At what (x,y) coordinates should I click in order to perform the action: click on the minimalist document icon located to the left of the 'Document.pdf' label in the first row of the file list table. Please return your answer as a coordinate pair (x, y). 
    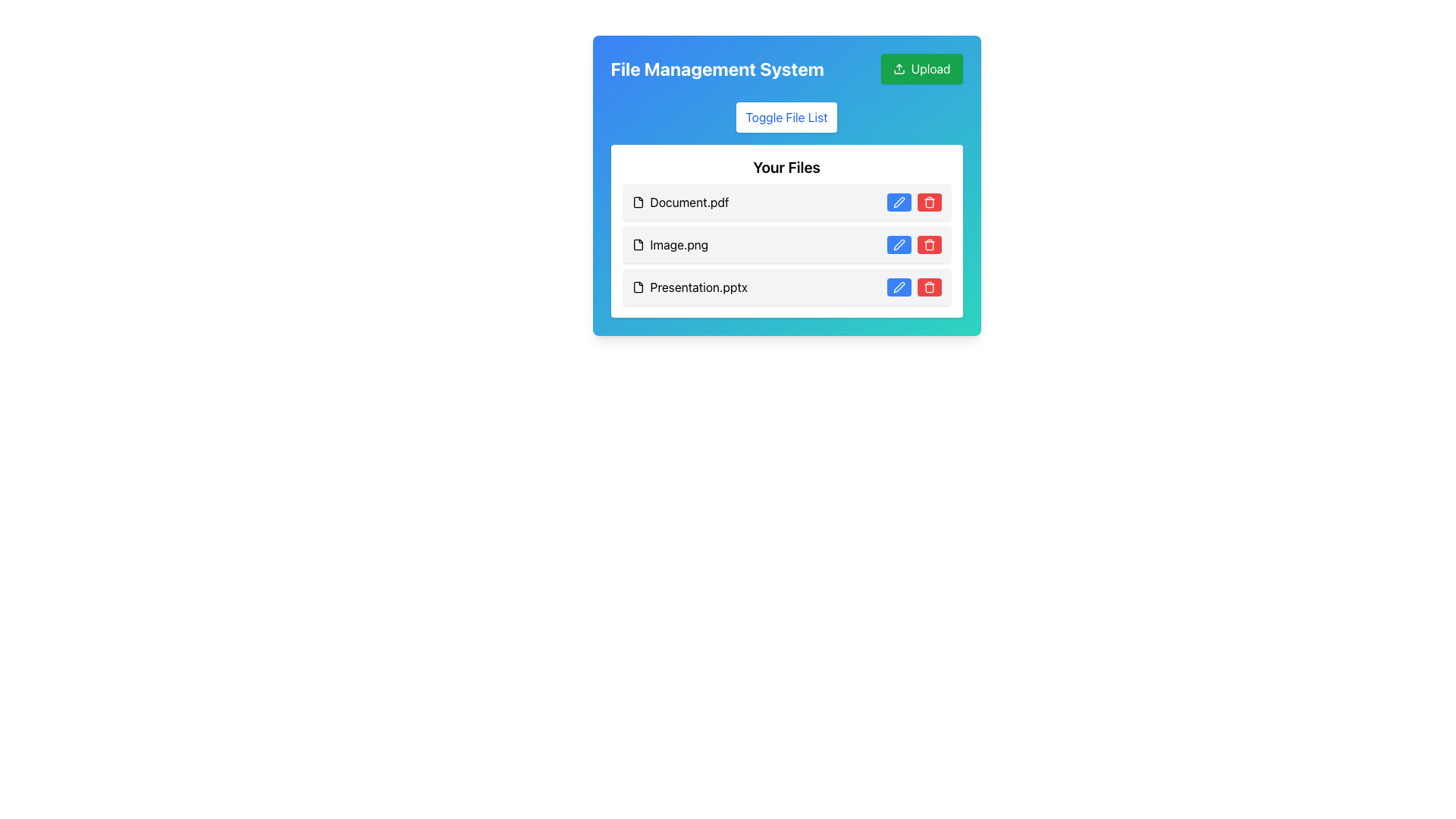
    Looking at the image, I should click on (638, 201).